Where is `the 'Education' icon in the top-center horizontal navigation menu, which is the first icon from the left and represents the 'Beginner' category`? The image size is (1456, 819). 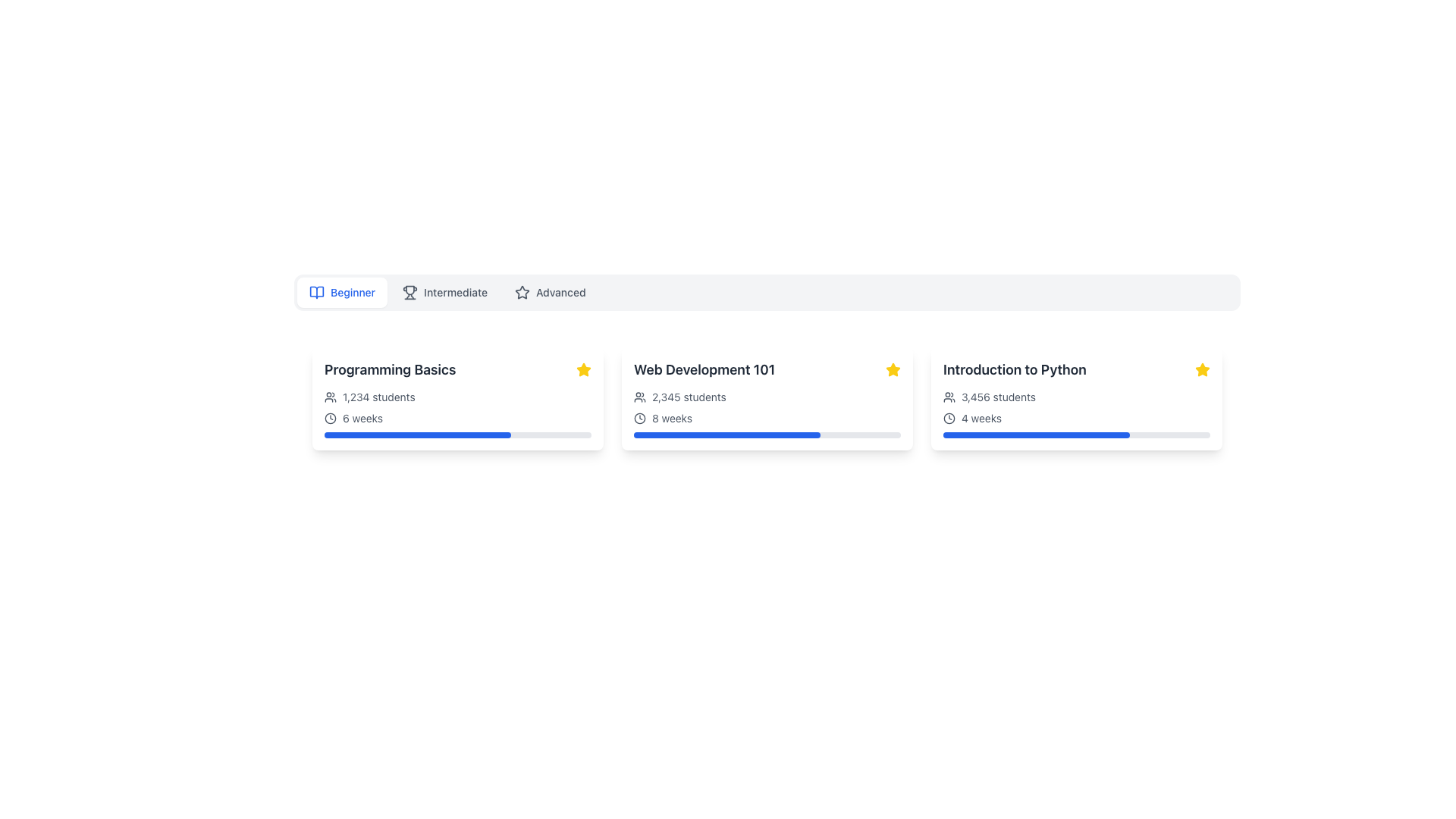
the 'Education' icon in the top-center horizontal navigation menu, which is the first icon from the left and represents the 'Beginner' category is located at coordinates (315, 292).